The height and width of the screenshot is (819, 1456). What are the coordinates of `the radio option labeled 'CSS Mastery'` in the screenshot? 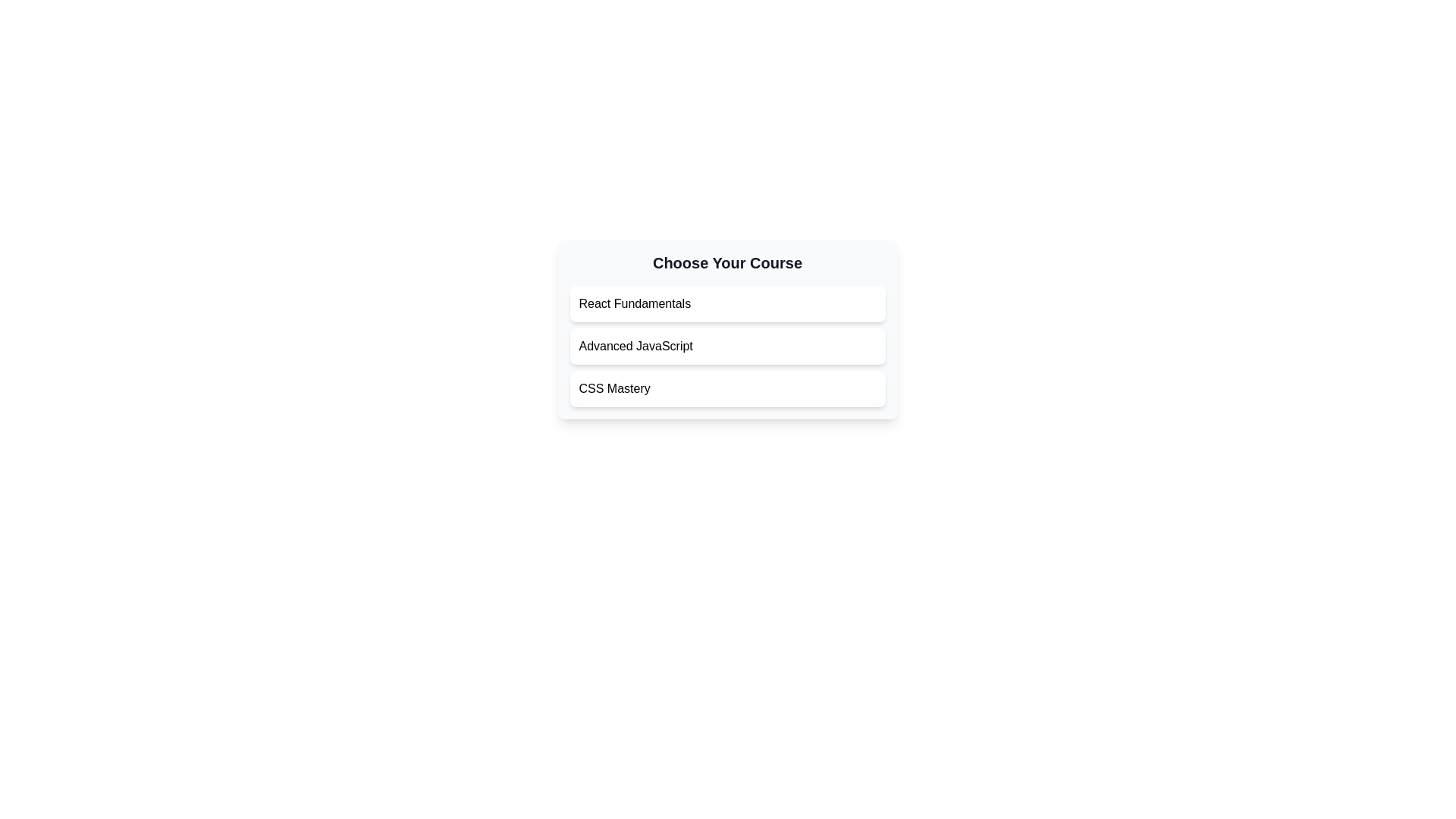 It's located at (726, 388).